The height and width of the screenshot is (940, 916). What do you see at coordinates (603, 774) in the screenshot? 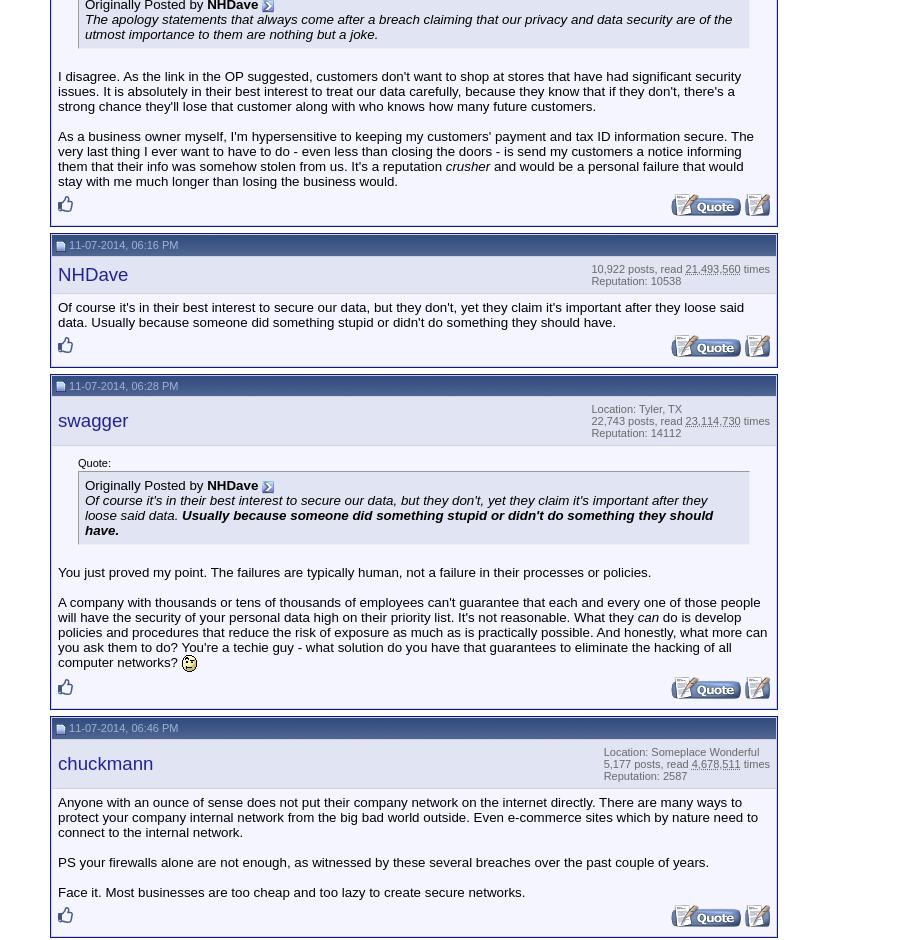
I see `'Reputation: 2587'` at bounding box center [603, 774].